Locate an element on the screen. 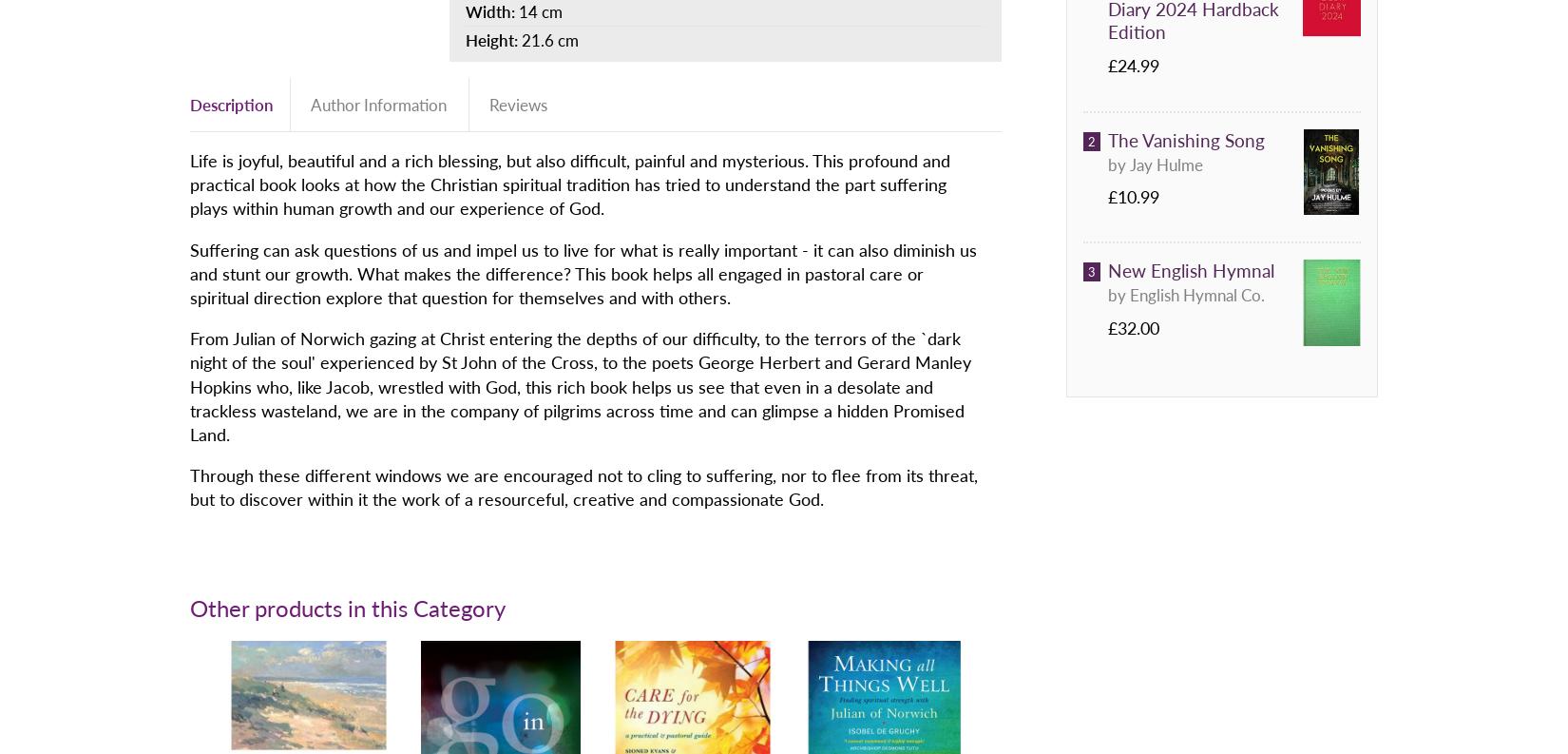 This screenshot has width=1568, height=754. 'From Julian of Norwich gazing at Christ entering the depths of our difficulty, to the terrors of the `dark night of the soul' experienced by St John of the Cross, to the poets George Herbert and Gerard Manley Hopkins who, like Jacob, wrestled with God, this rich book helps us see that even in a desolate and trackless wasteland, we are in the company of pilgrims across time and can glimpse a hidden Promised Land.' is located at coordinates (579, 385).